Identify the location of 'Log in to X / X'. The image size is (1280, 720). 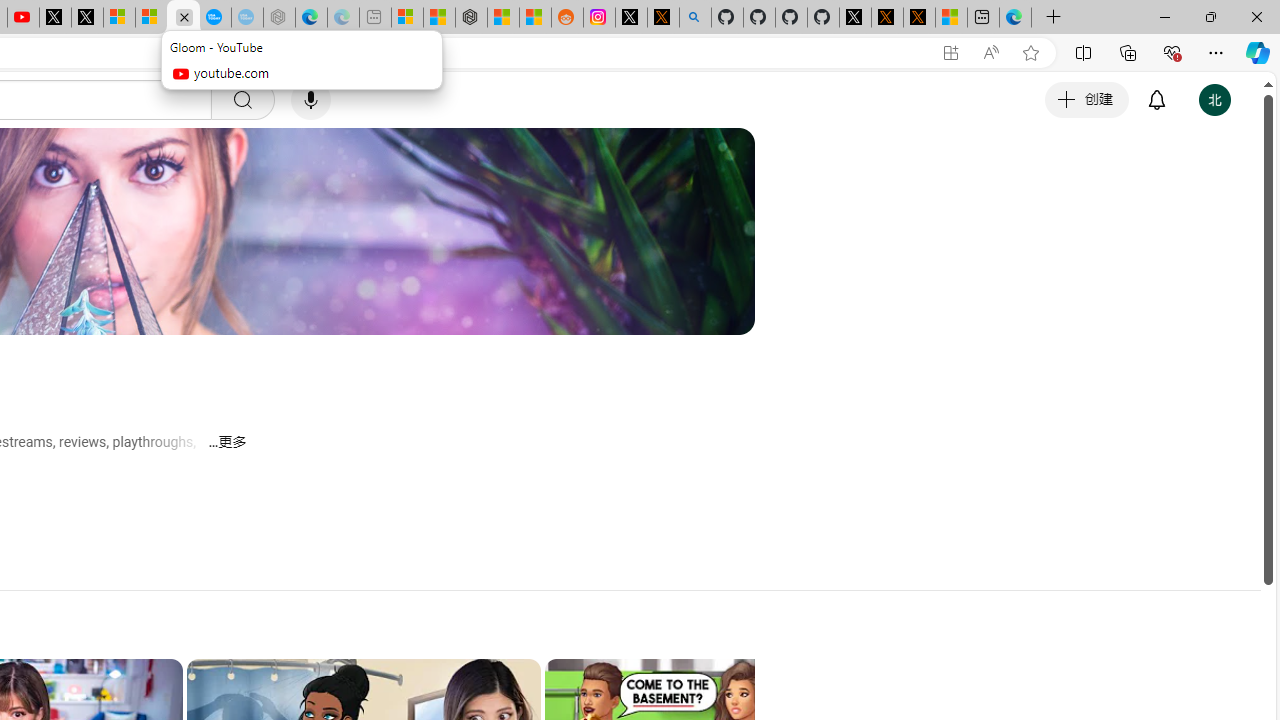
(630, 17).